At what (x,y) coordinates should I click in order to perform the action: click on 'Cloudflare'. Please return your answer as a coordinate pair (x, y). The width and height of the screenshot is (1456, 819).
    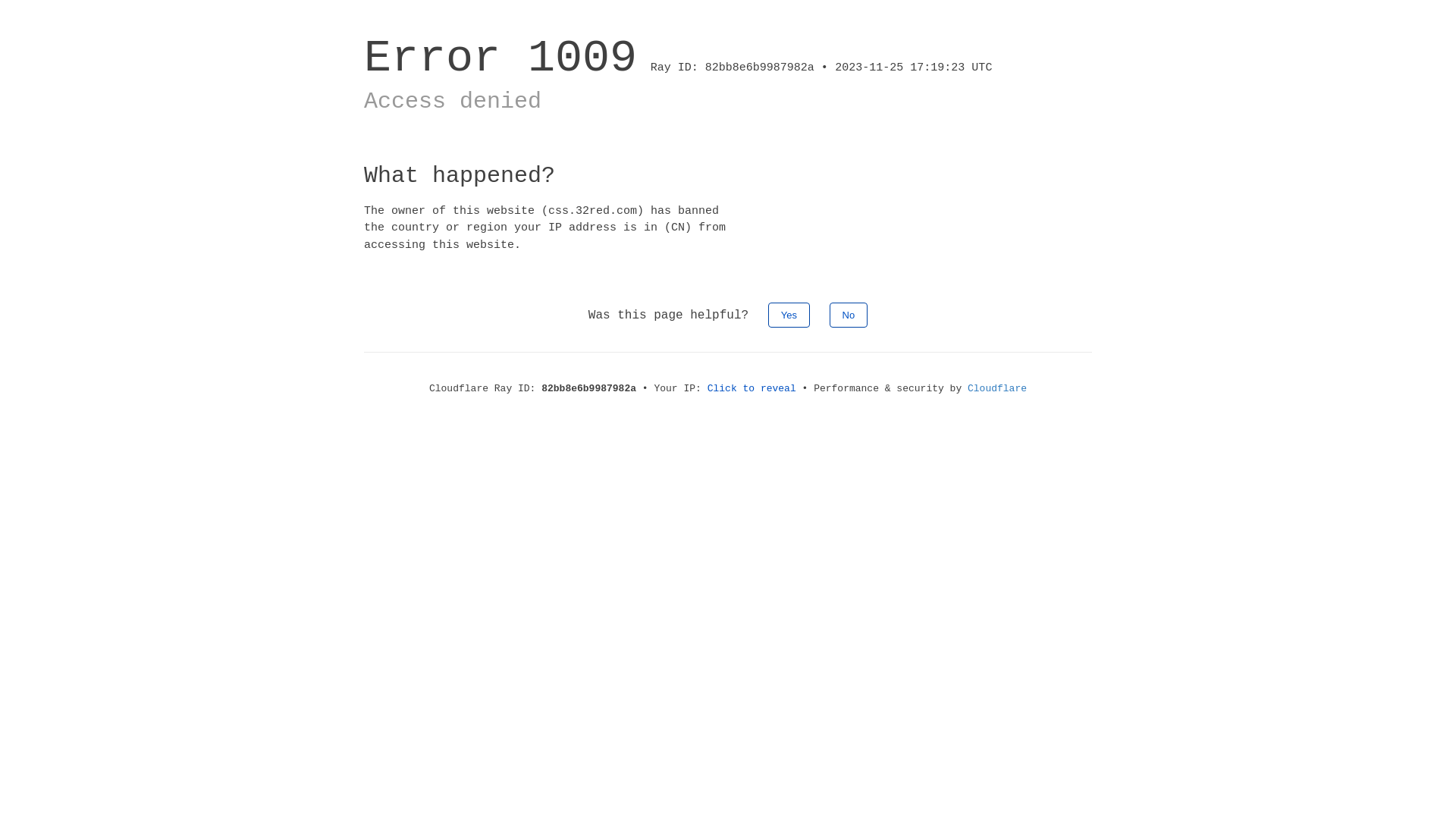
    Looking at the image, I should click on (967, 388).